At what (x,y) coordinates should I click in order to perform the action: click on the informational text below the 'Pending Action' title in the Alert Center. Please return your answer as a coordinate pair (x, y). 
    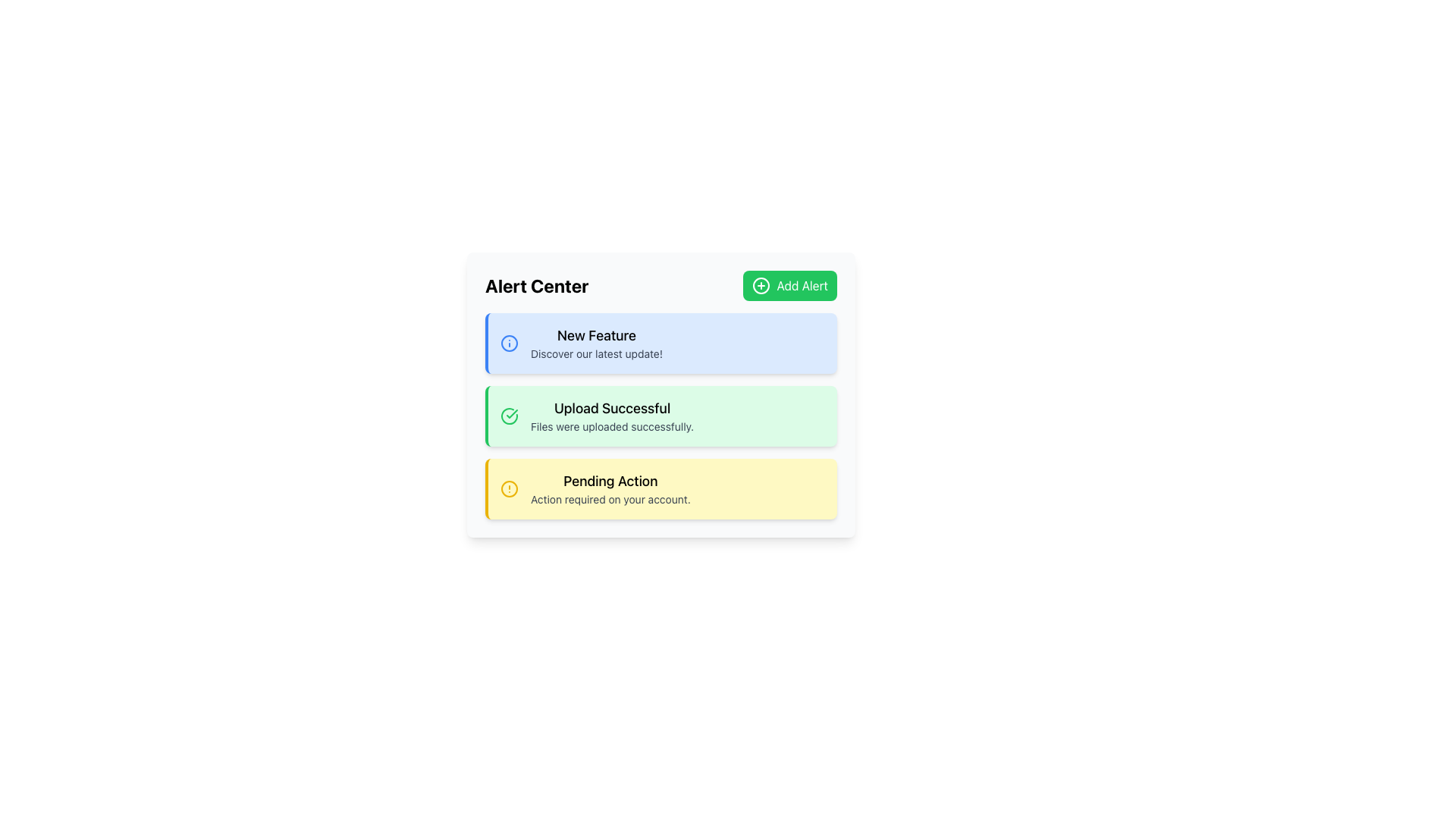
    Looking at the image, I should click on (610, 500).